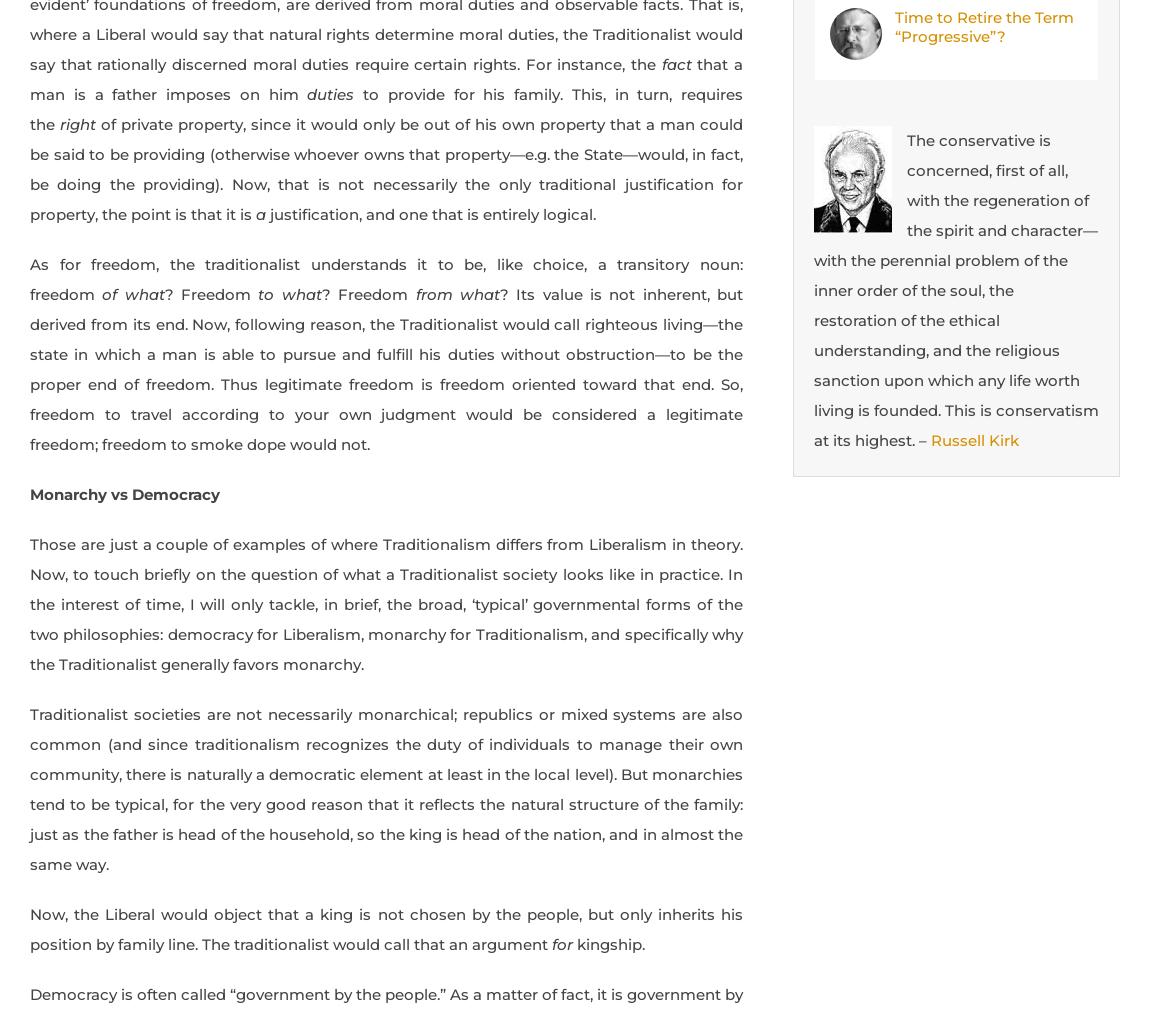 This screenshot has width=1150, height=1014. I want to click on 'kingship.', so click(608, 943).